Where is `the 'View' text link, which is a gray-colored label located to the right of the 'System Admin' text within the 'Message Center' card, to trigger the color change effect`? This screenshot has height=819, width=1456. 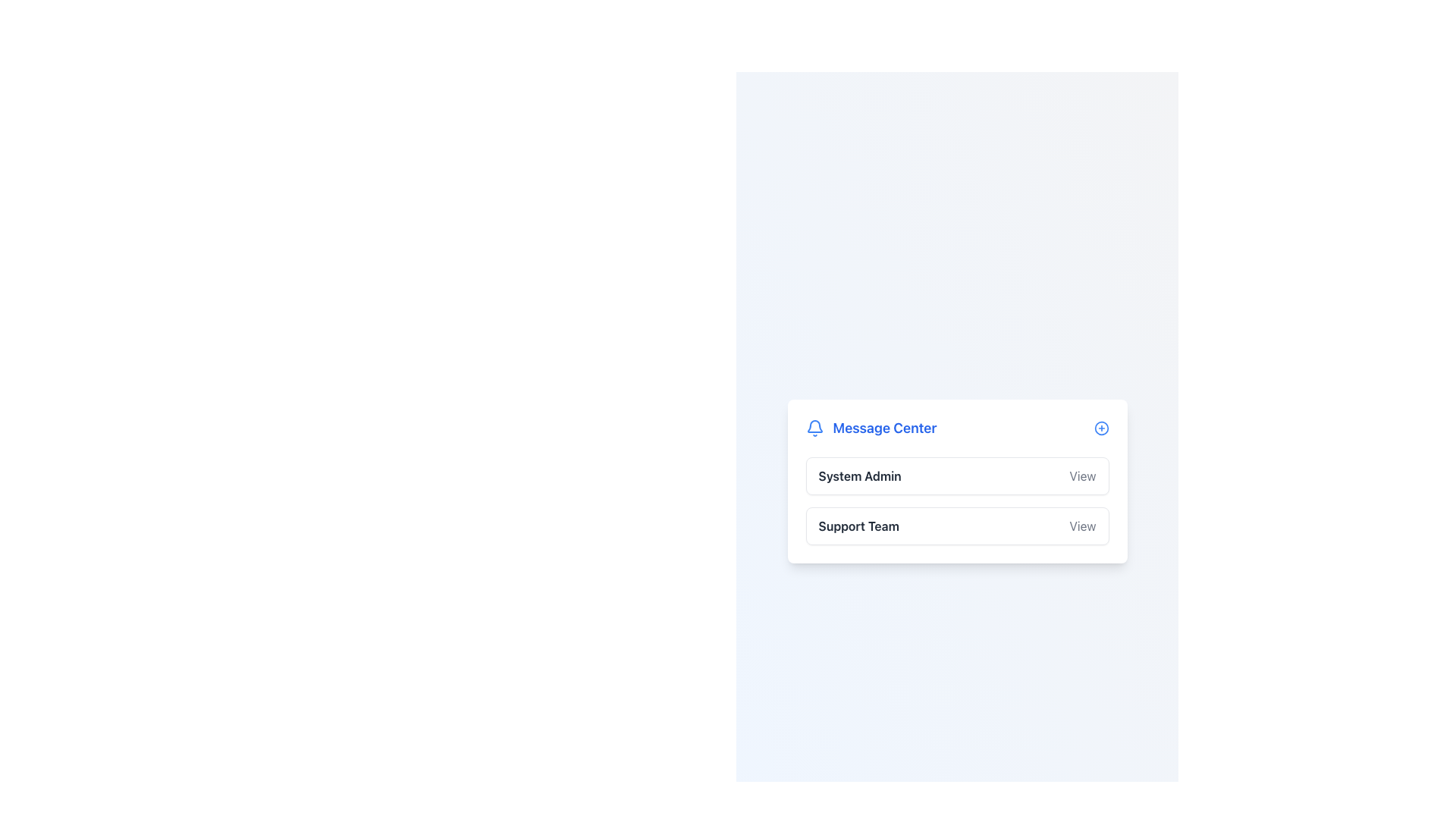 the 'View' text link, which is a gray-colored label located to the right of the 'System Admin' text within the 'Message Center' card, to trigger the color change effect is located at coordinates (1081, 475).